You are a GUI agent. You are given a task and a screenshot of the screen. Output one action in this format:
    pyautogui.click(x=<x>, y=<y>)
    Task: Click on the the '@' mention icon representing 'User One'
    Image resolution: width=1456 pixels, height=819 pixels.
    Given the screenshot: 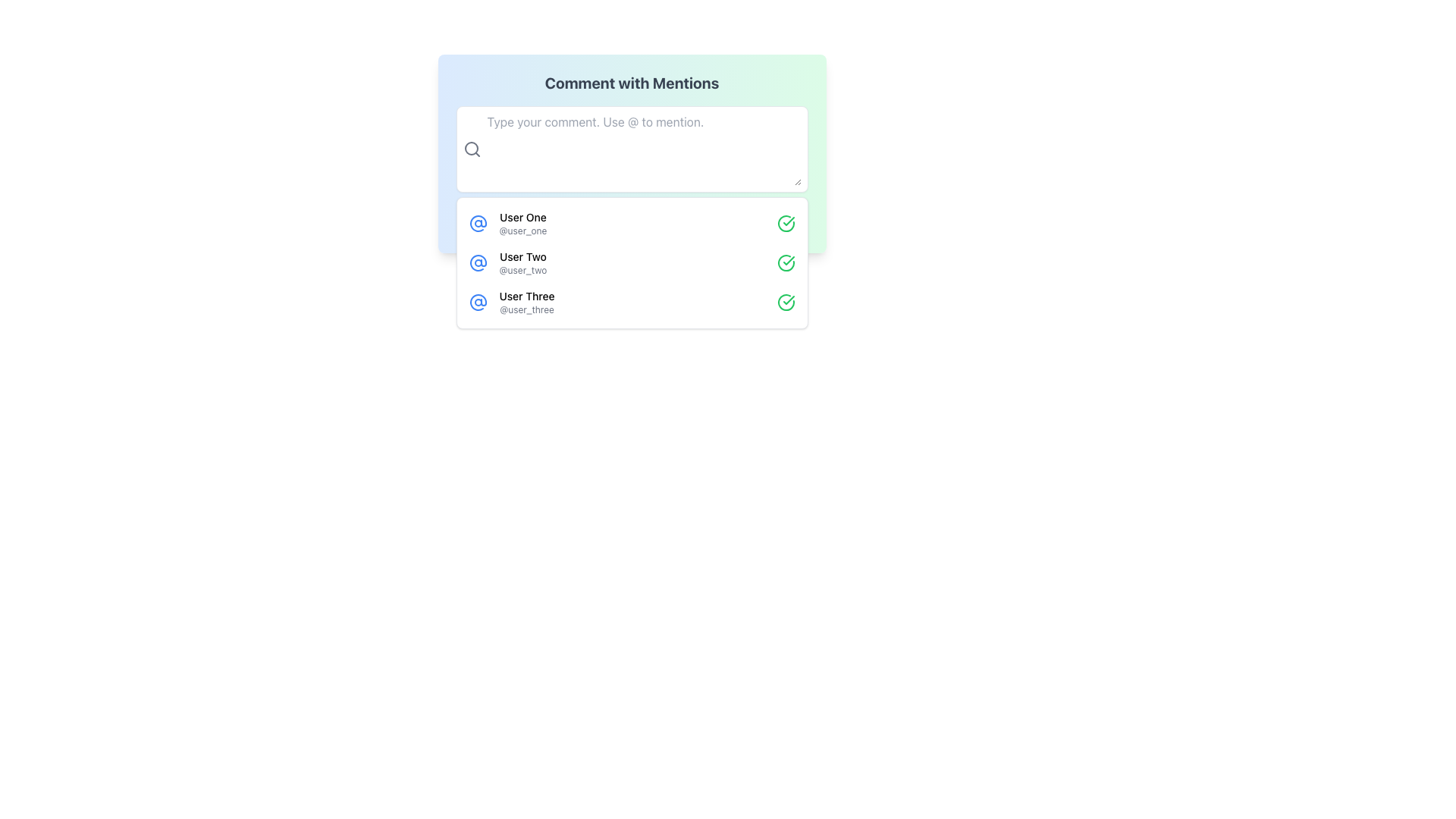 What is the action you would take?
    pyautogui.click(x=477, y=223)
    